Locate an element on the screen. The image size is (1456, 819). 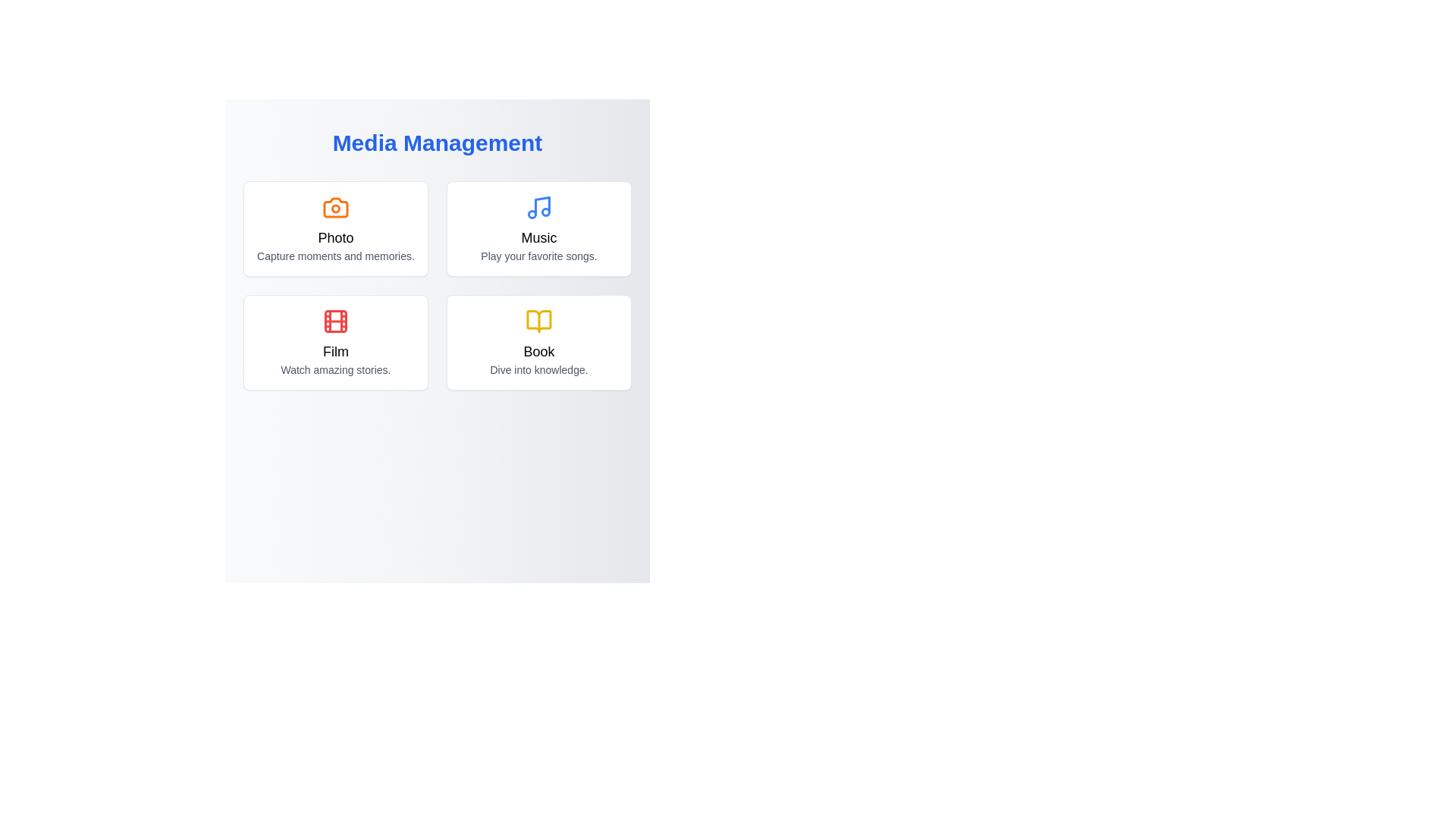
header text that signifies the title of the section related to media management, located centrally at the top of the interface is located at coordinates (436, 143).